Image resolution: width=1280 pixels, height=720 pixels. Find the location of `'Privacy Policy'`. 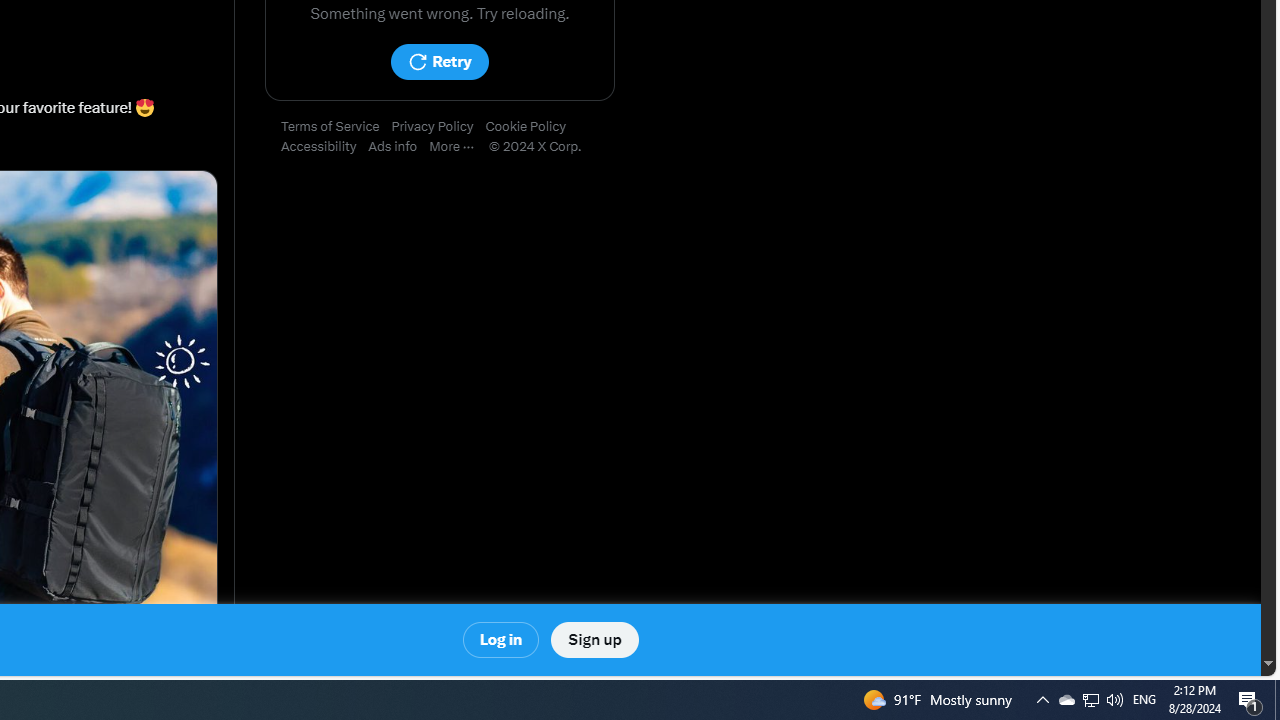

'Privacy Policy' is located at coordinates (437, 127).